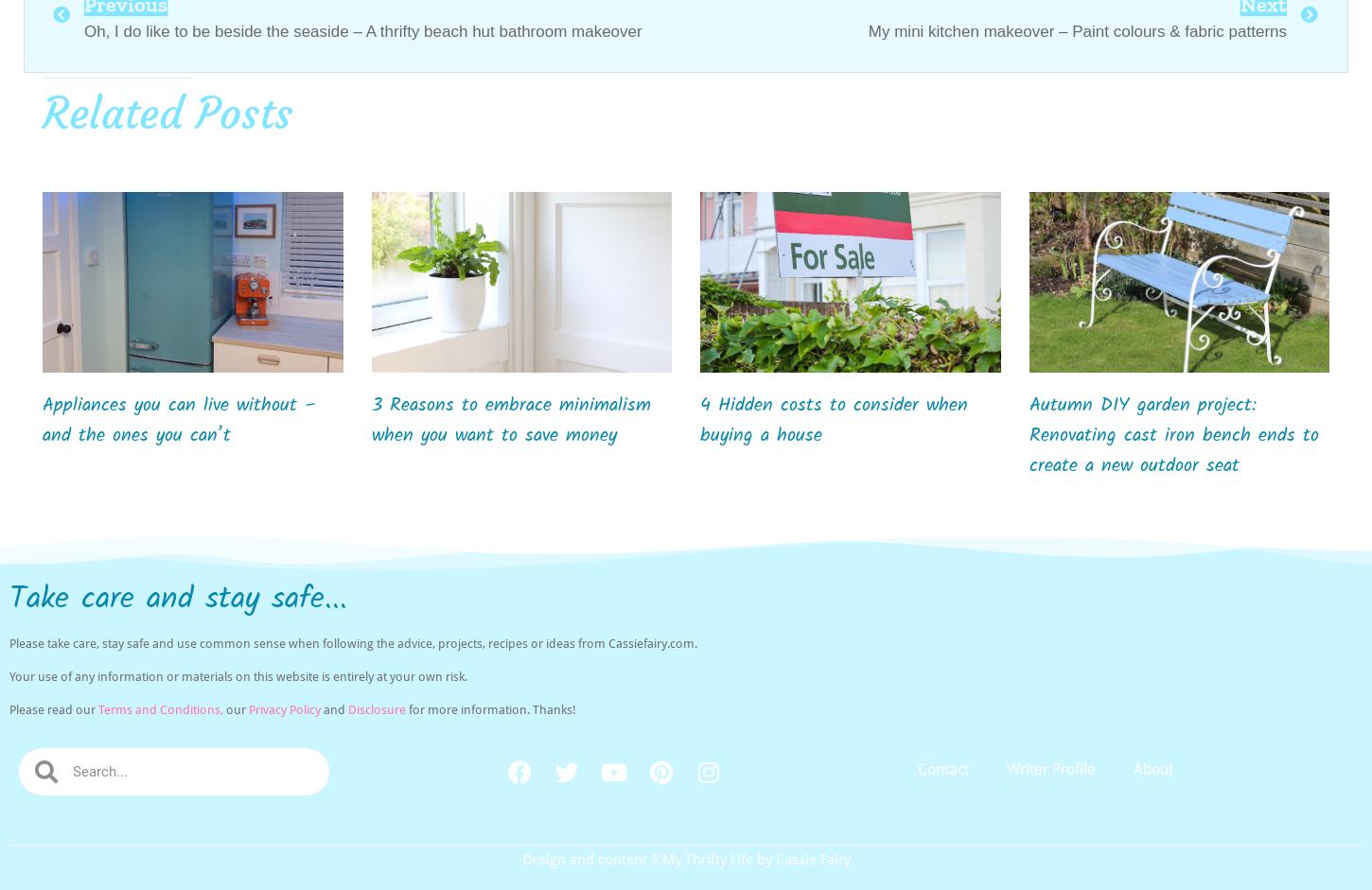  What do you see at coordinates (361, 30) in the screenshot?
I see `'Oh, I do like to be beside the seaside – A thrifty beach hut bathroom makeover'` at bounding box center [361, 30].